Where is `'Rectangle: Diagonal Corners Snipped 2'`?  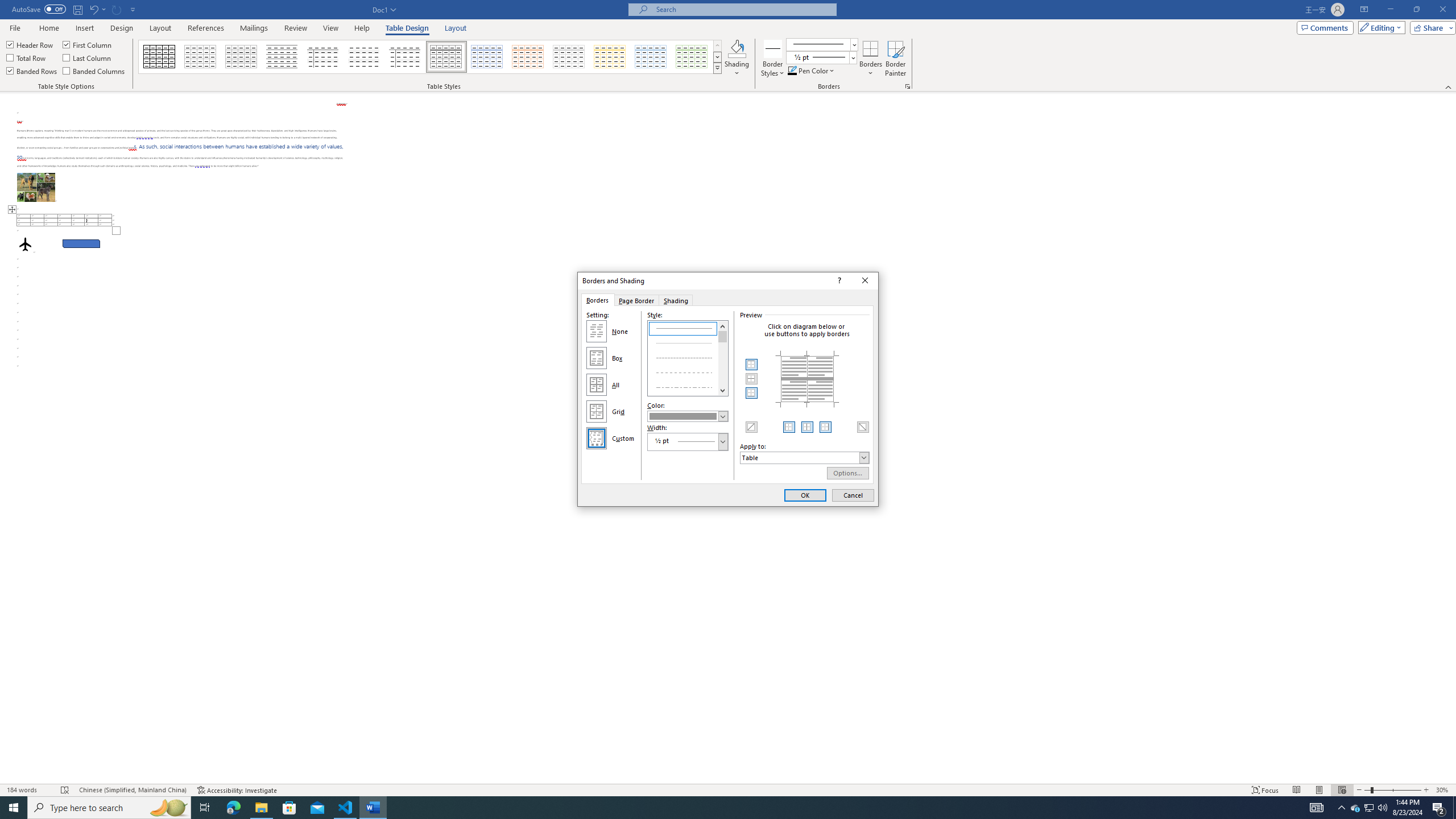
'Rectangle: Diagonal Corners Snipped 2' is located at coordinates (81, 243).